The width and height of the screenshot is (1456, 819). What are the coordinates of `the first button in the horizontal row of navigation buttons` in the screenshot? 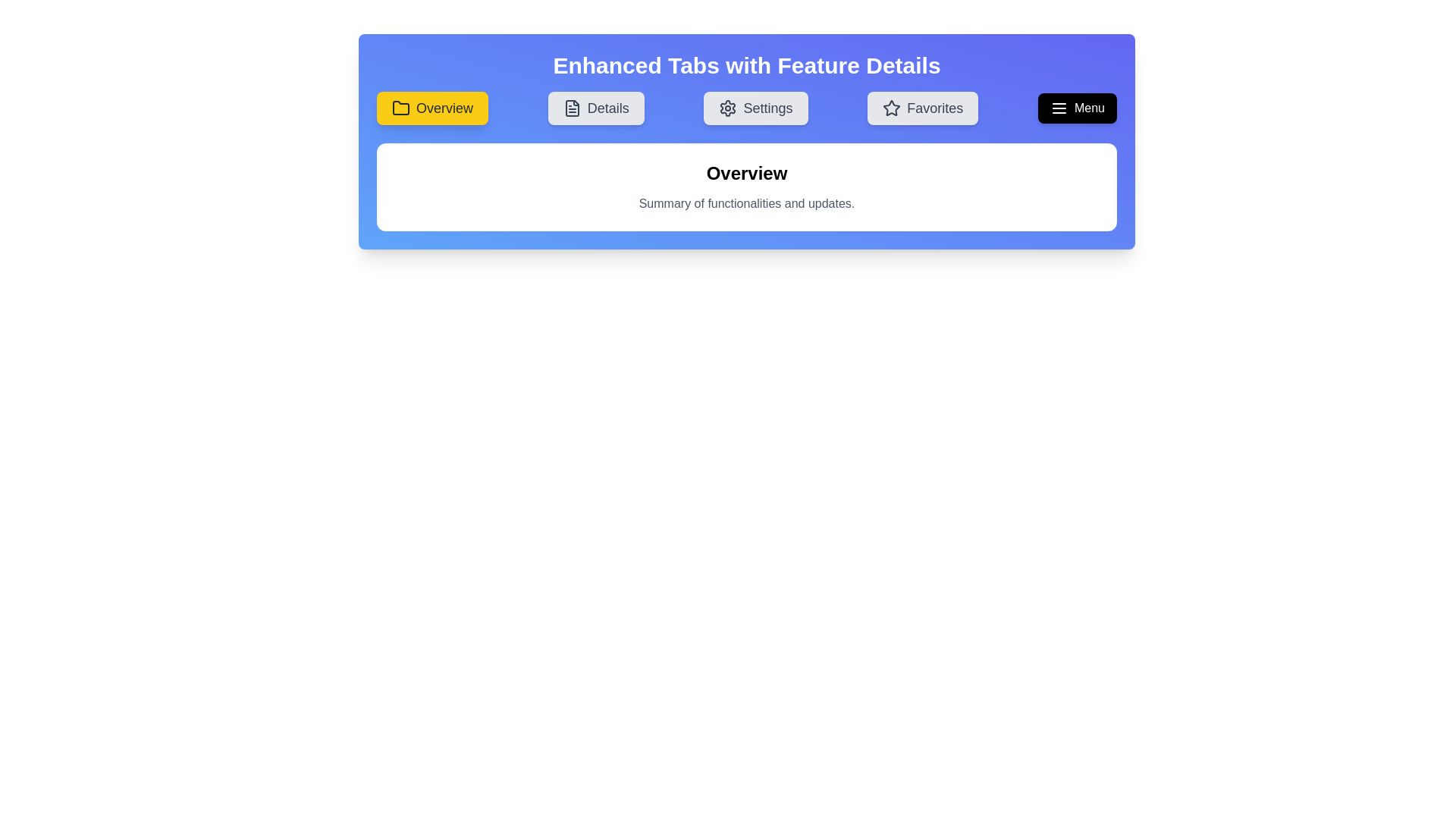 It's located at (431, 107).